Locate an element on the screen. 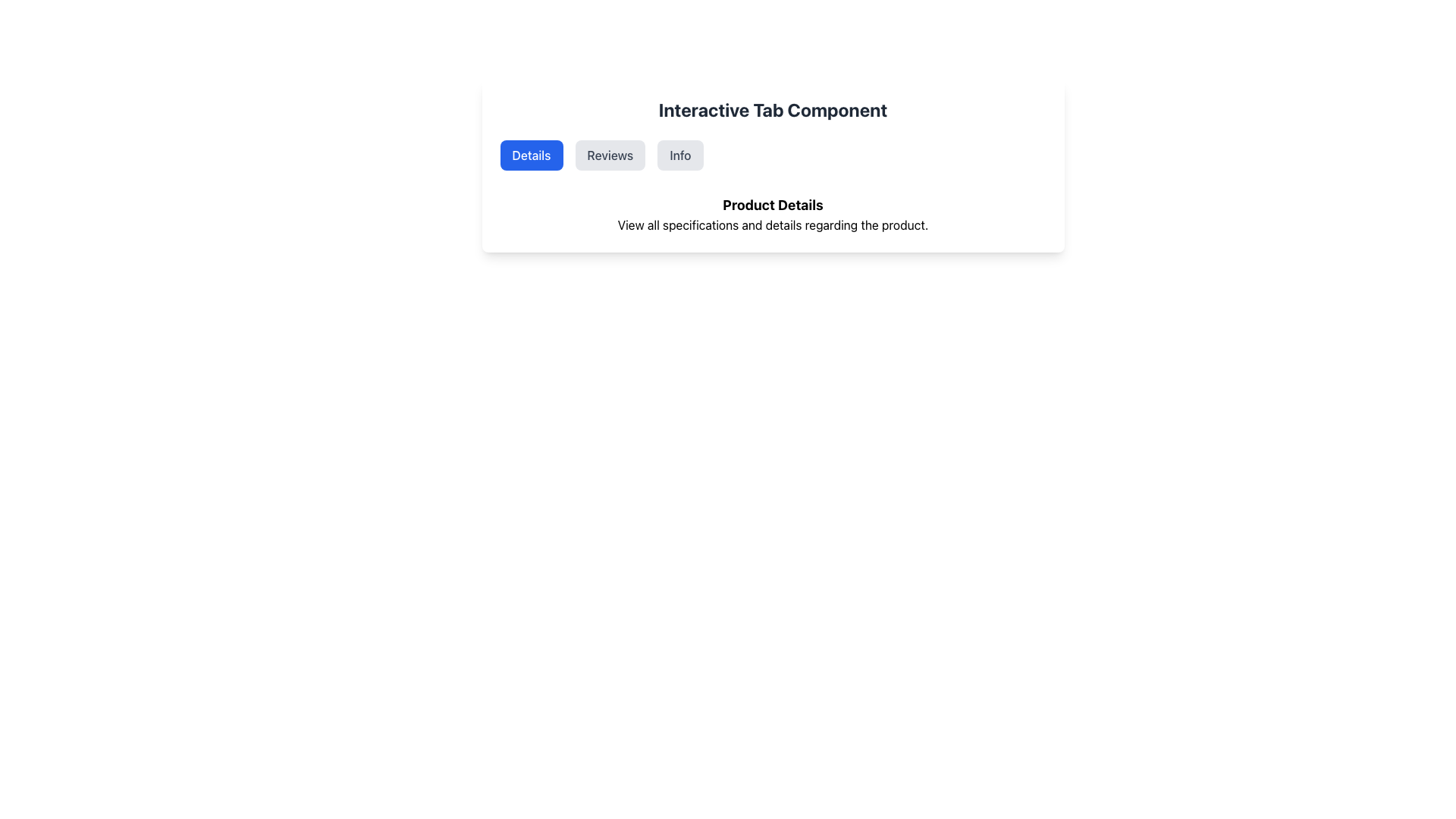 This screenshot has height=819, width=1456. the 'Reviews' tab button is located at coordinates (610, 155).